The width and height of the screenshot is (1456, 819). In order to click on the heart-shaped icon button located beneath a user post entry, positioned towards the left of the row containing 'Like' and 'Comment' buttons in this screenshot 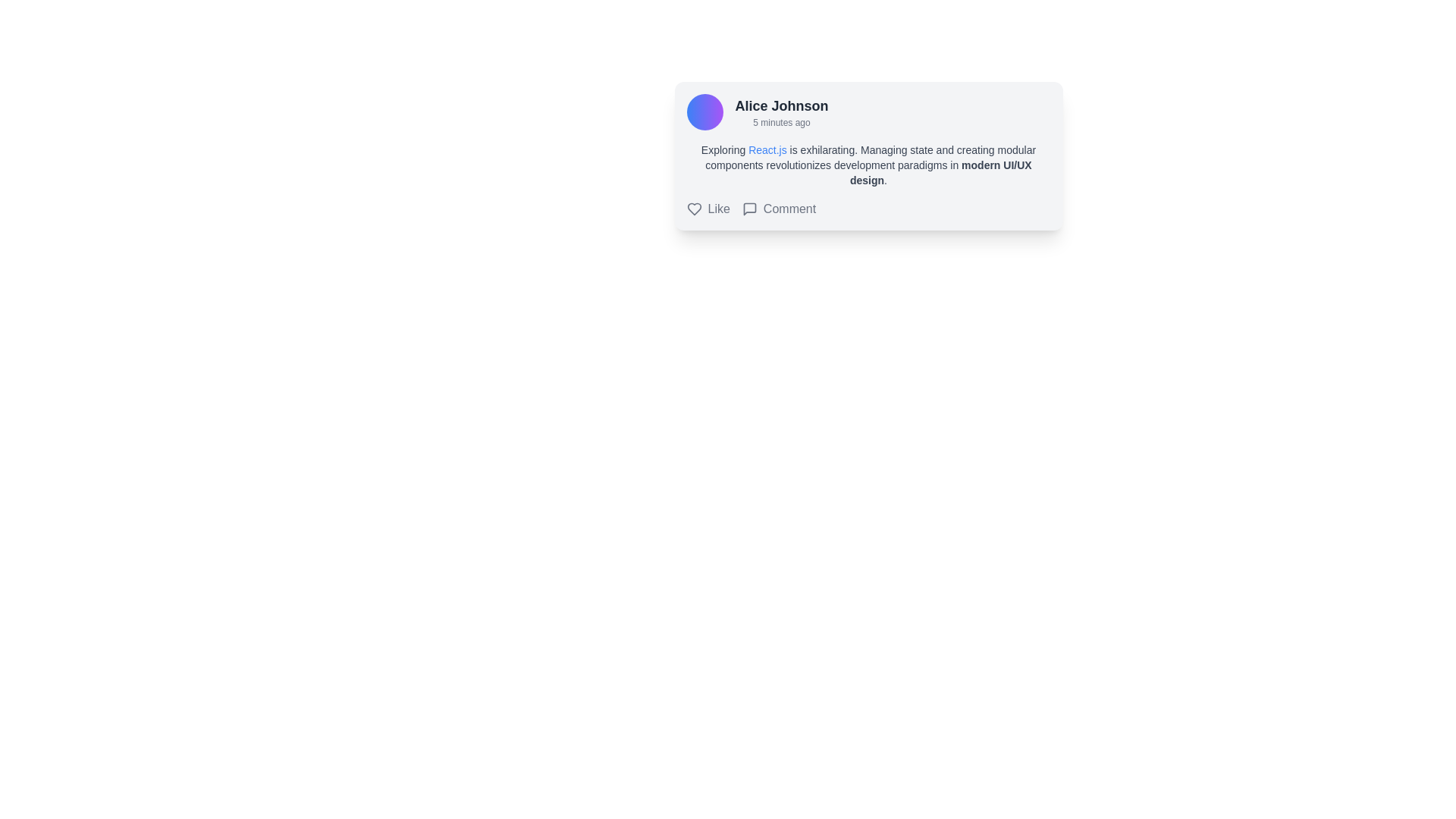, I will do `click(693, 209)`.